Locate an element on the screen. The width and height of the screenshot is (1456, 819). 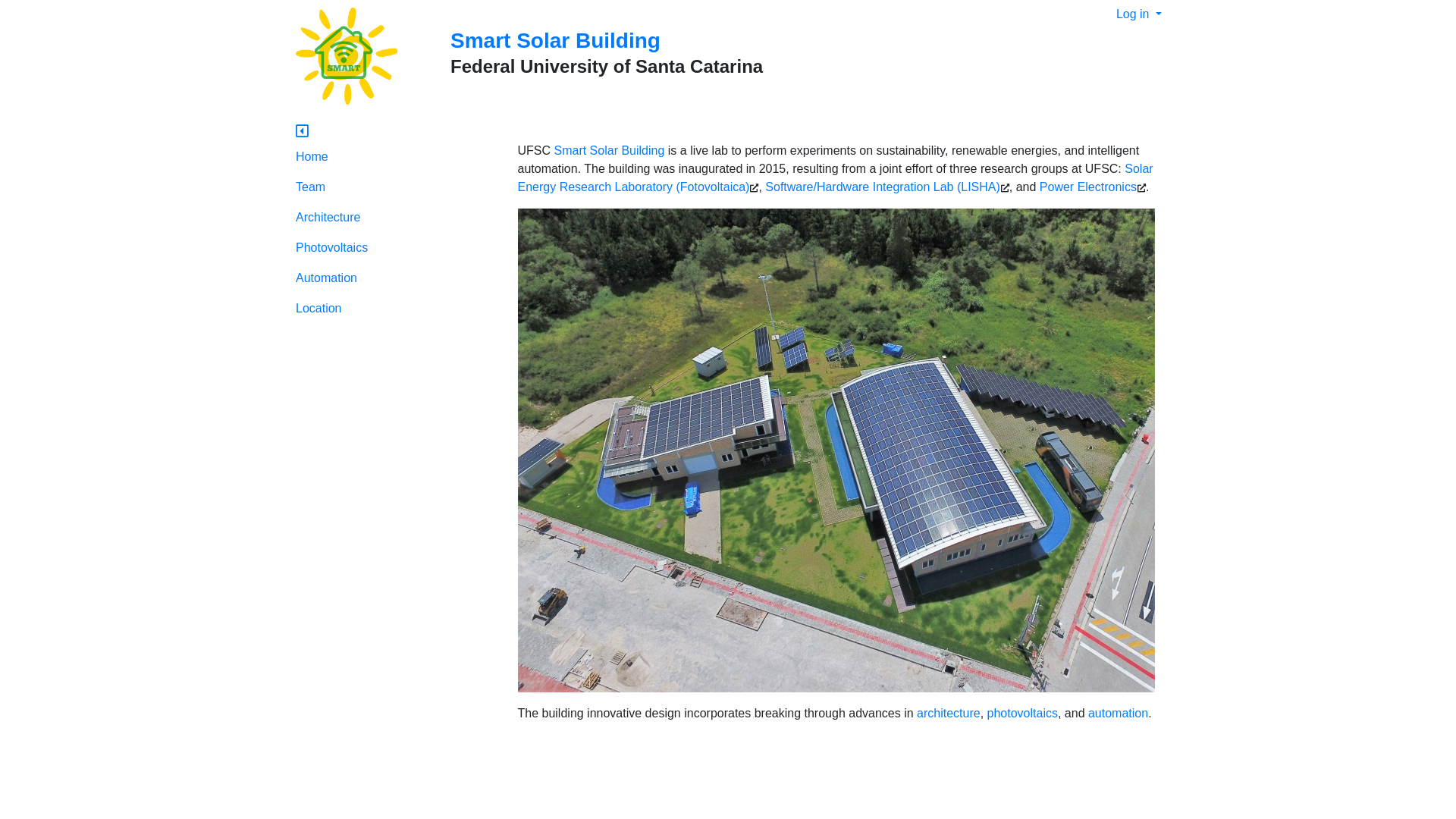
'Architecture' is located at coordinates (395, 217).